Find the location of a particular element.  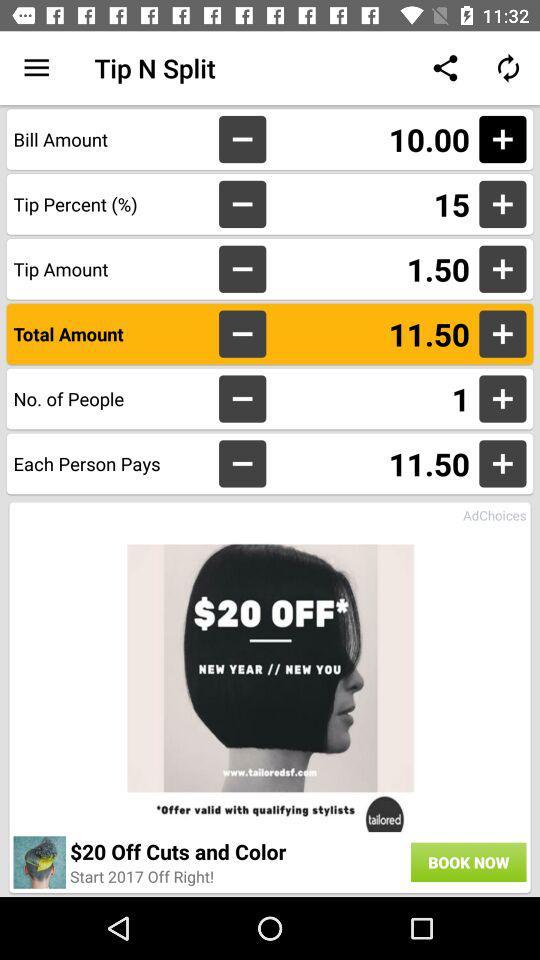

item above bill amount item is located at coordinates (36, 68).